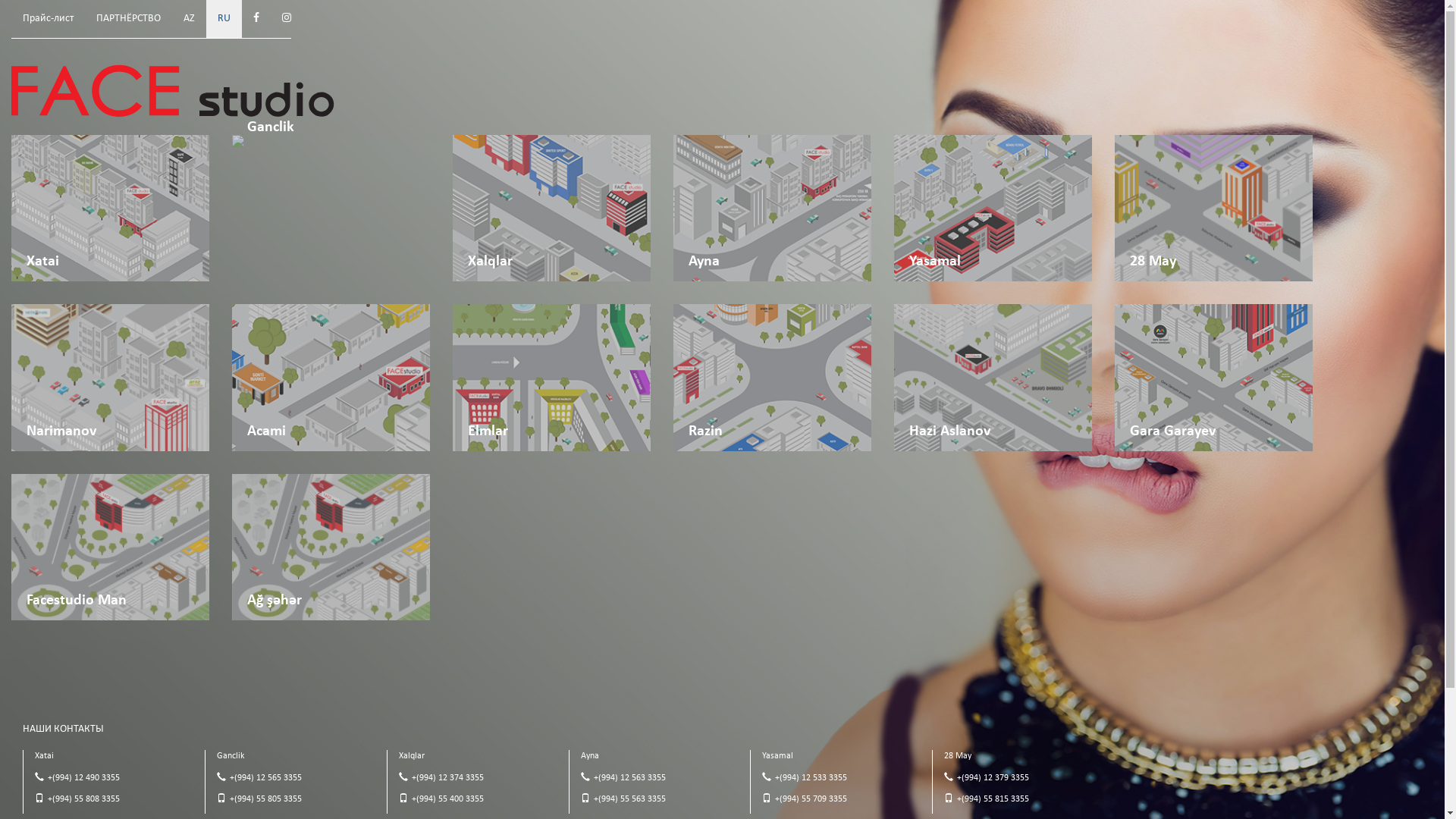  Describe the element at coordinates (109, 547) in the screenshot. I see `'Facestudio Man'` at that location.